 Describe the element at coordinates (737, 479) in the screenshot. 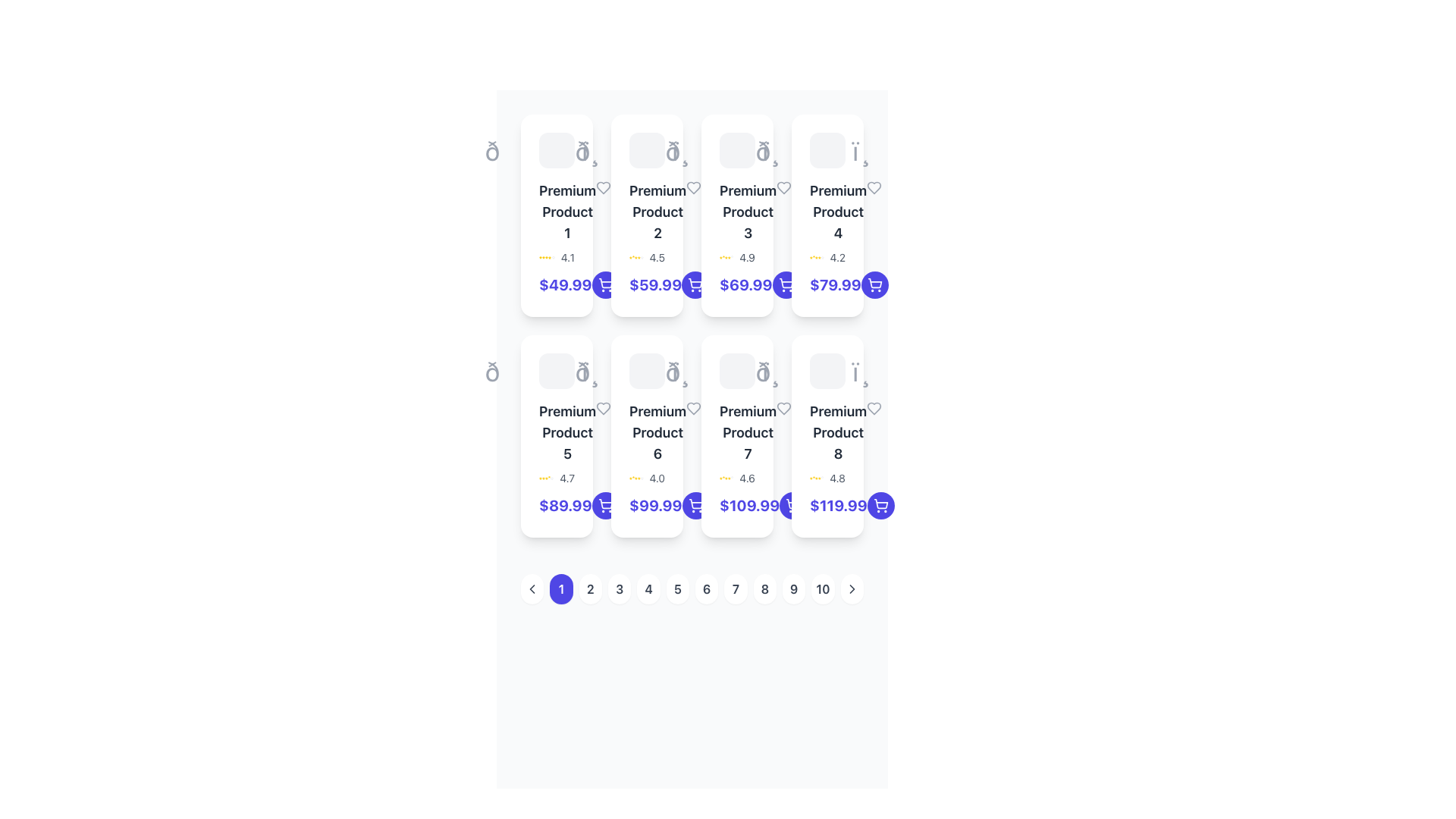

I see `rating value displayed in the Rating Display for 'Premium Product 7', which shows the star rating and numeric score indicating the product's quality` at that location.